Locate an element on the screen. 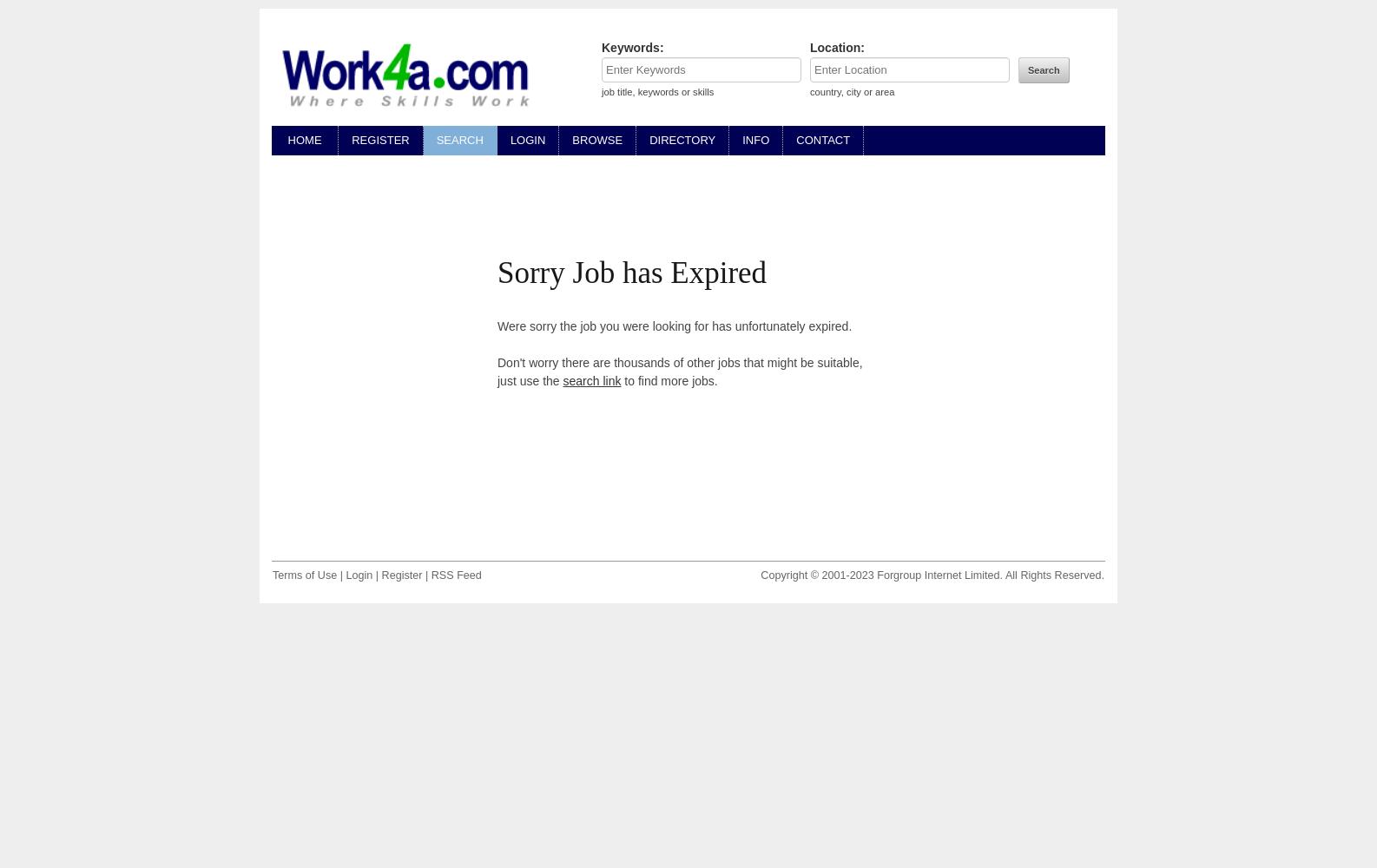 Image resolution: width=1377 pixels, height=868 pixels. 'Don't worry there are thousands of other jobs that might be suitable,' is located at coordinates (679, 363).